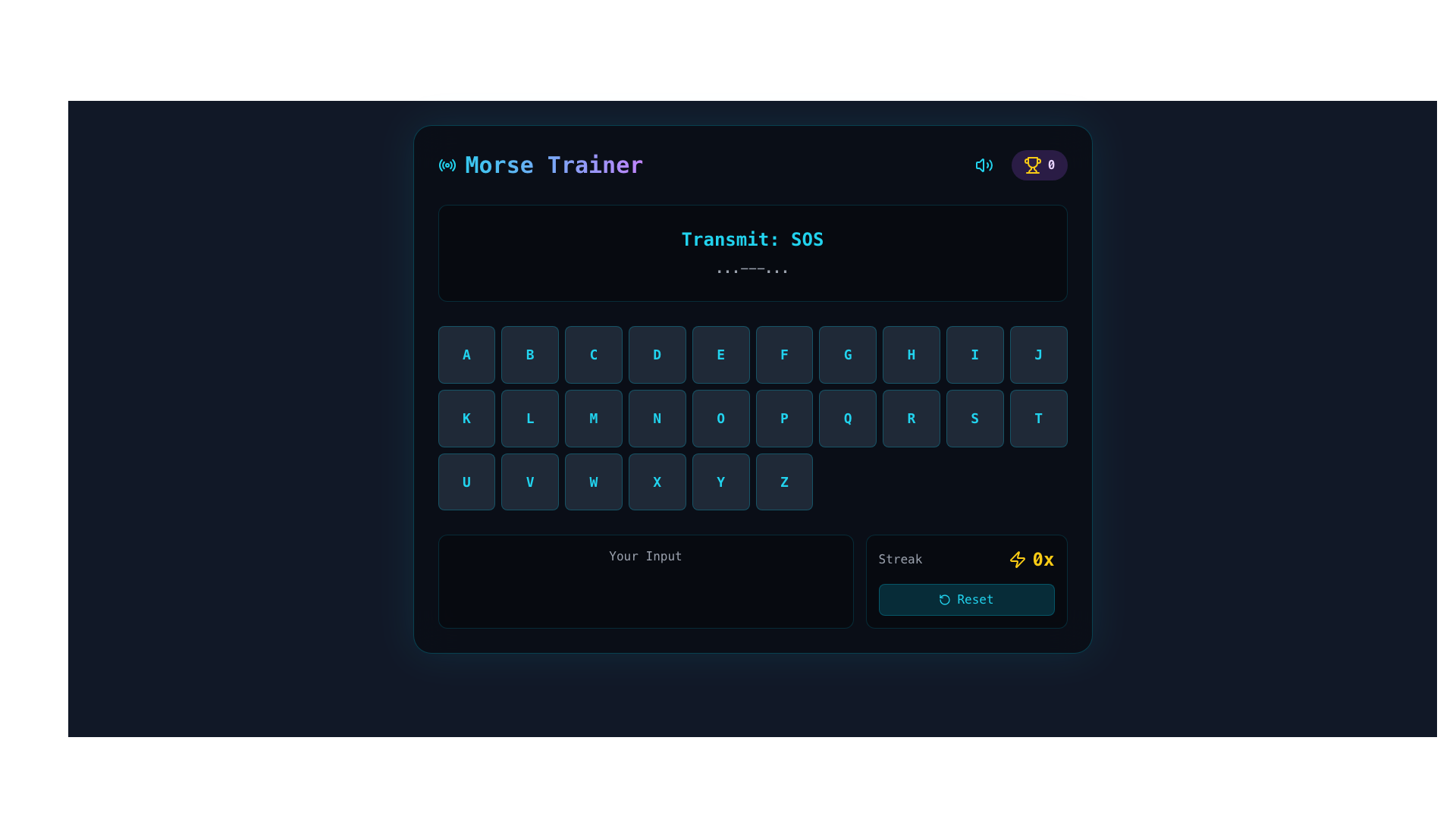 This screenshot has height=819, width=1456. Describe the element at coordinates (466, 354) in the screenshot. I see `the button styled as a square with rounded corners that has a dark background and displays the letter 'A' in bold cyan-colored font` at that location.